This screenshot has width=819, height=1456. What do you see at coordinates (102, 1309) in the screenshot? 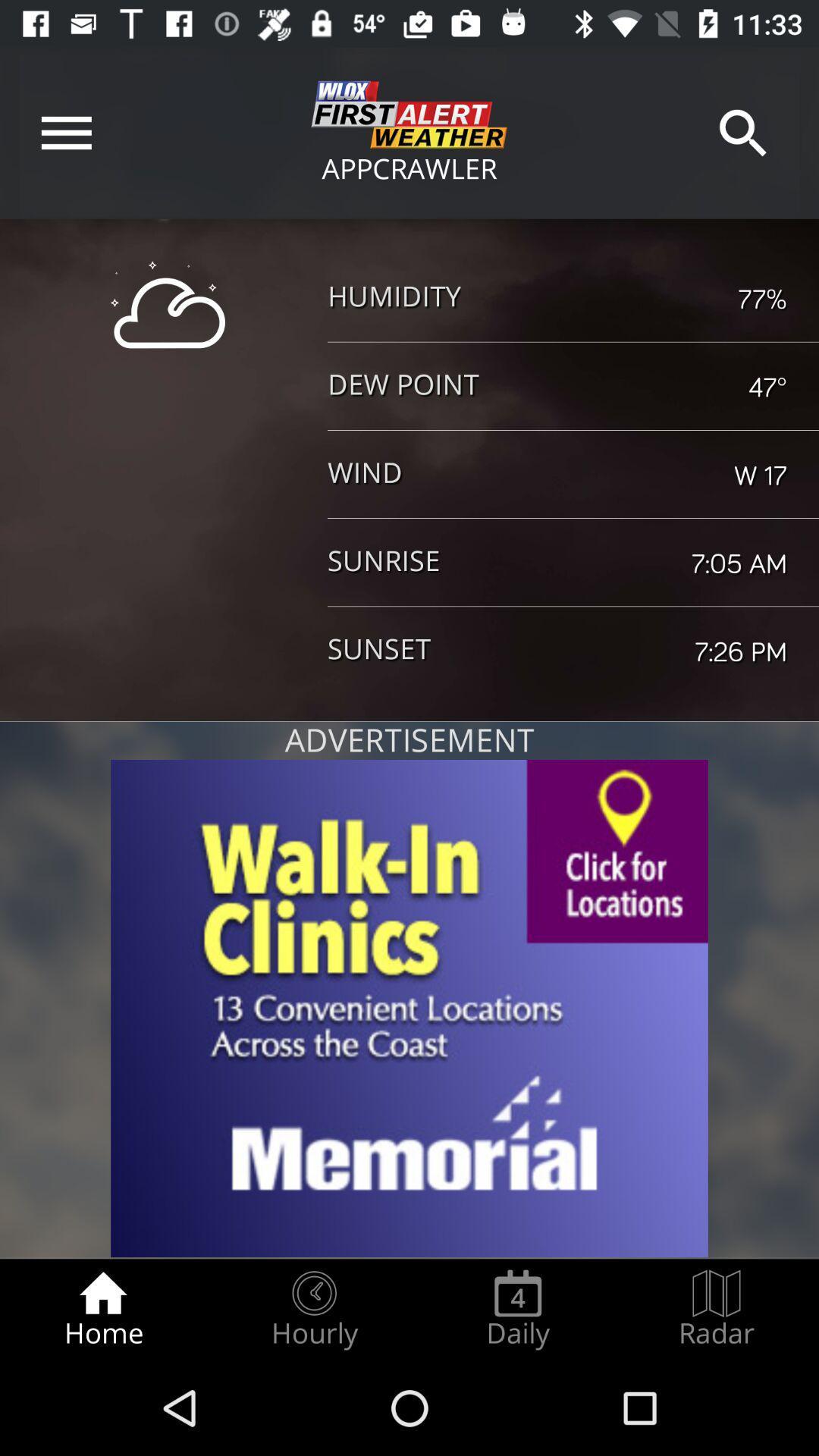
I see `the home` at bounding box center [102, 1309].